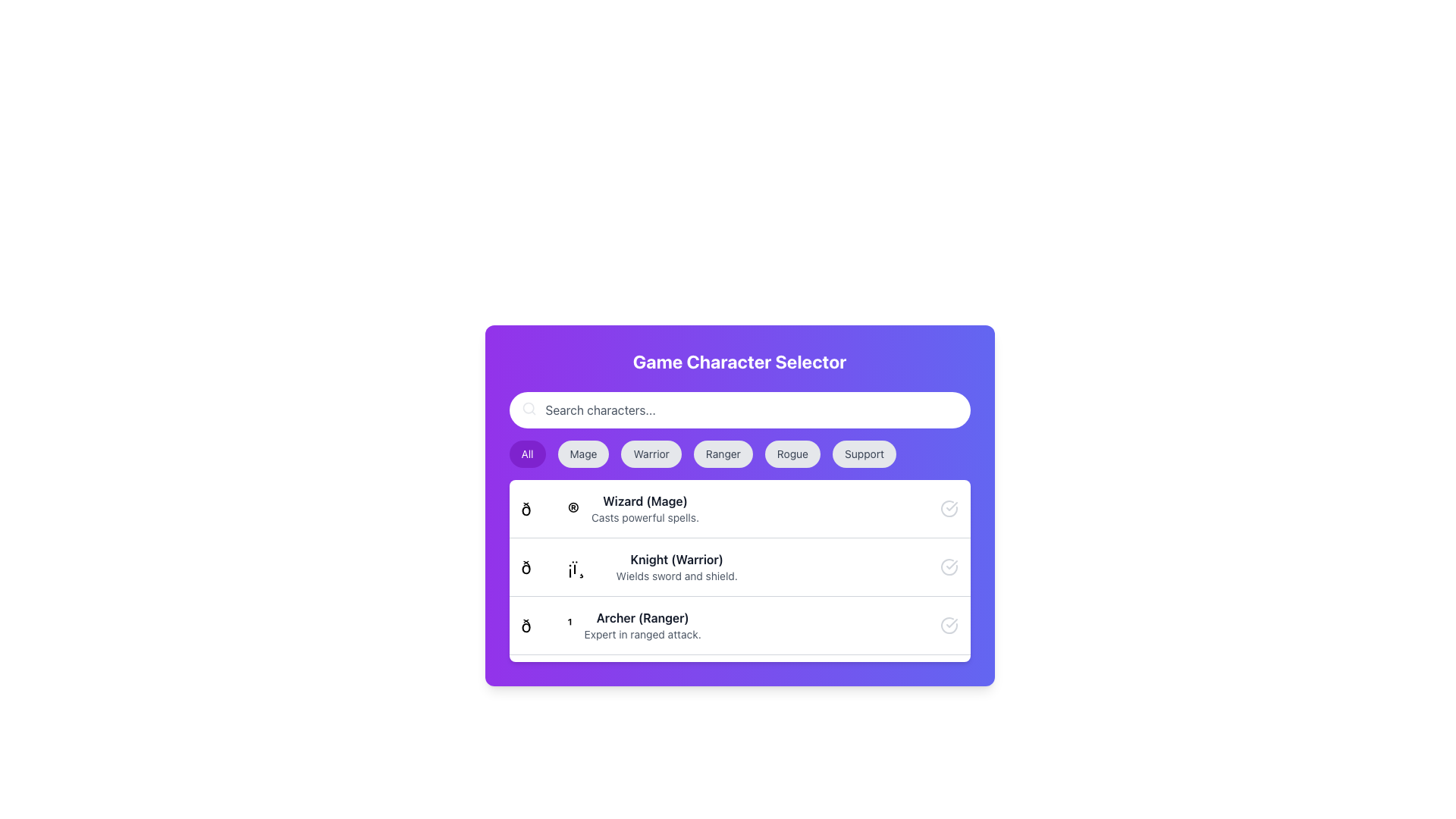  Describe the element at coordinates (645, 509) in the screenshot. I see `descriptive label for the game character named 'Wizard (Mage)', which is located in the upper section of the character list, specifically as the first character entry, positioned to the right of an emoji-like icon` at that location.